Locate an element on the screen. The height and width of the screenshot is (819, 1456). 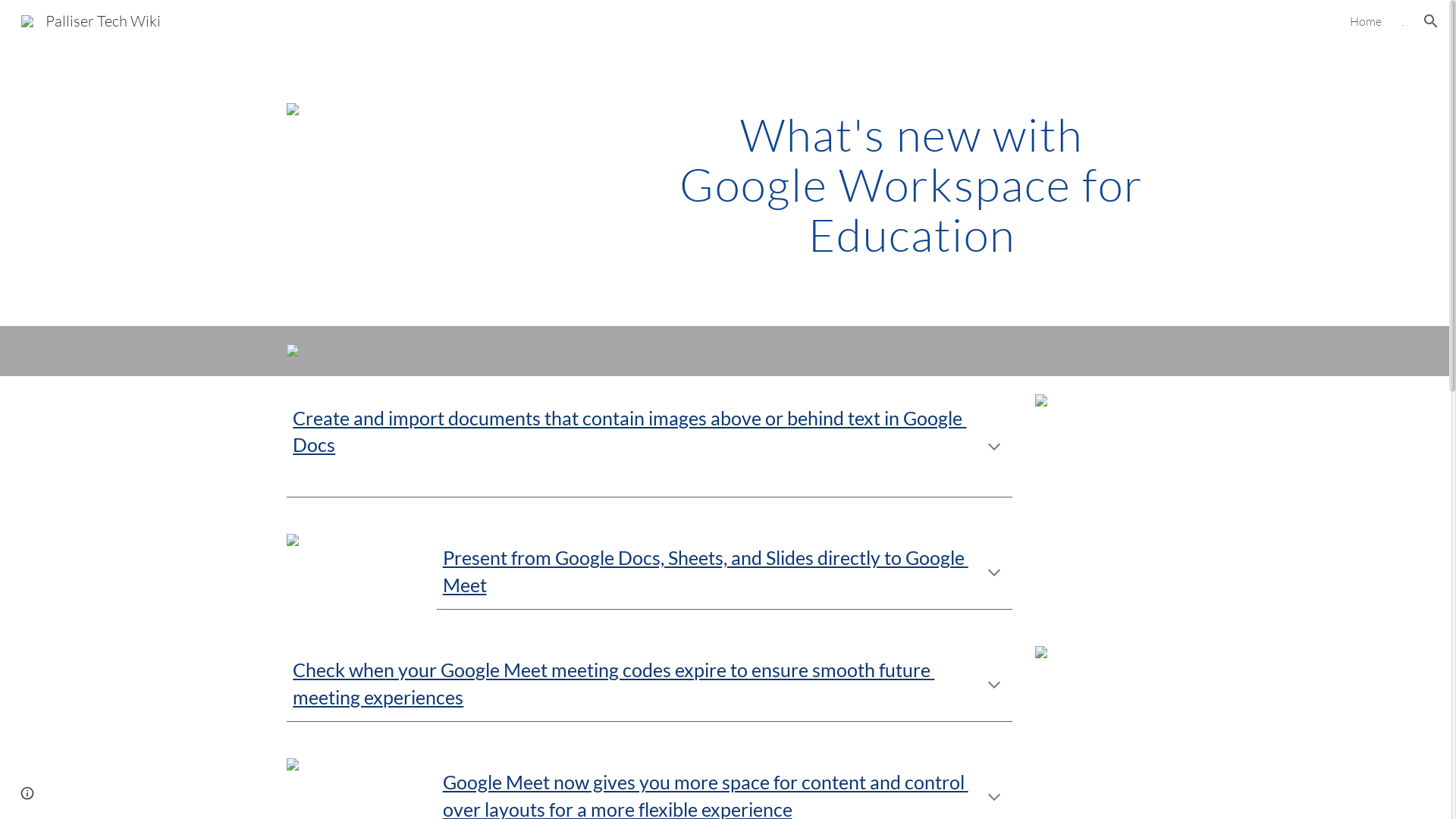
'Palliser Tech Wiki' is located at coordinates (90, 19).